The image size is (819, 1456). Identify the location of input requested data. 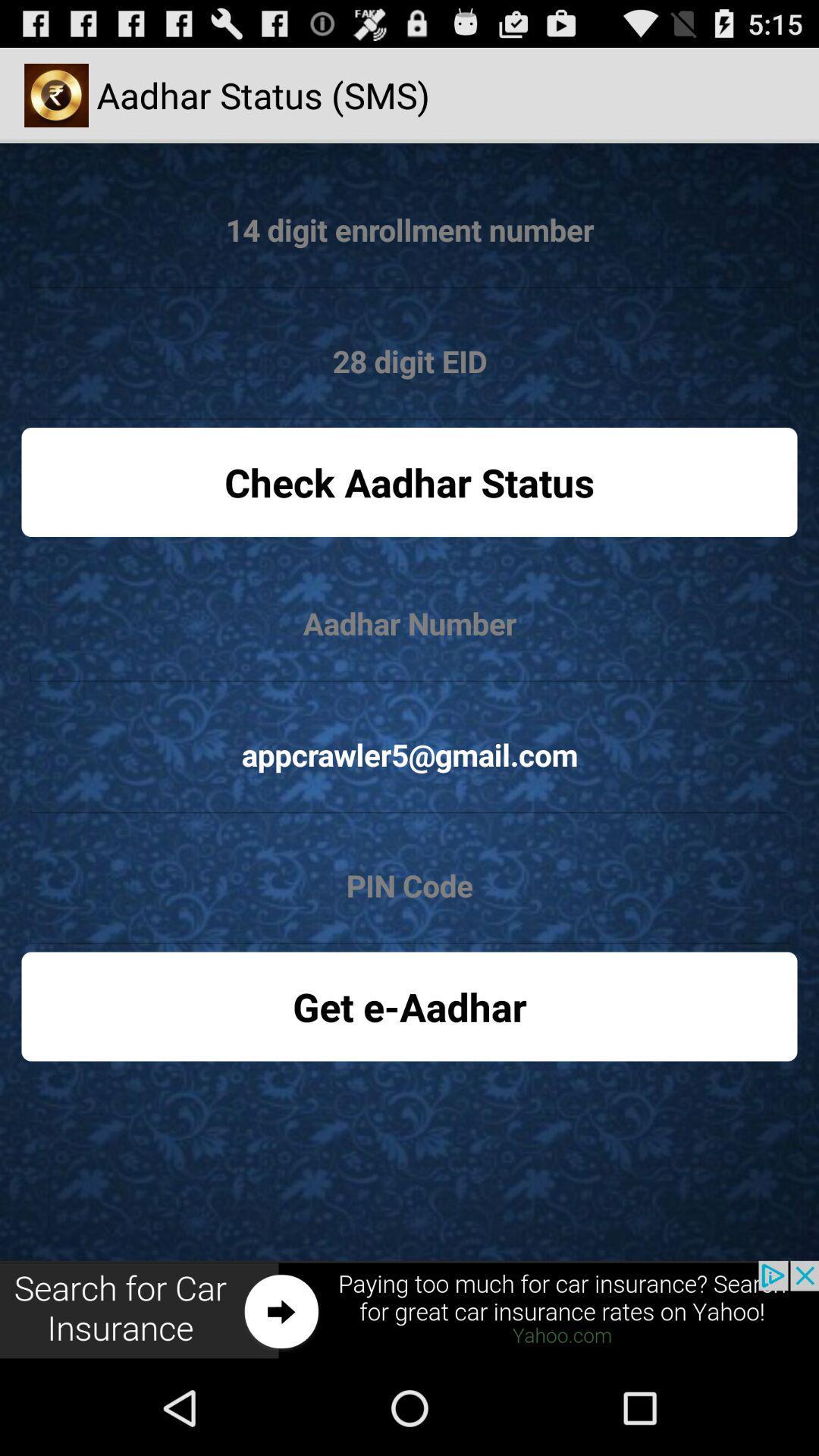
(409, 230).